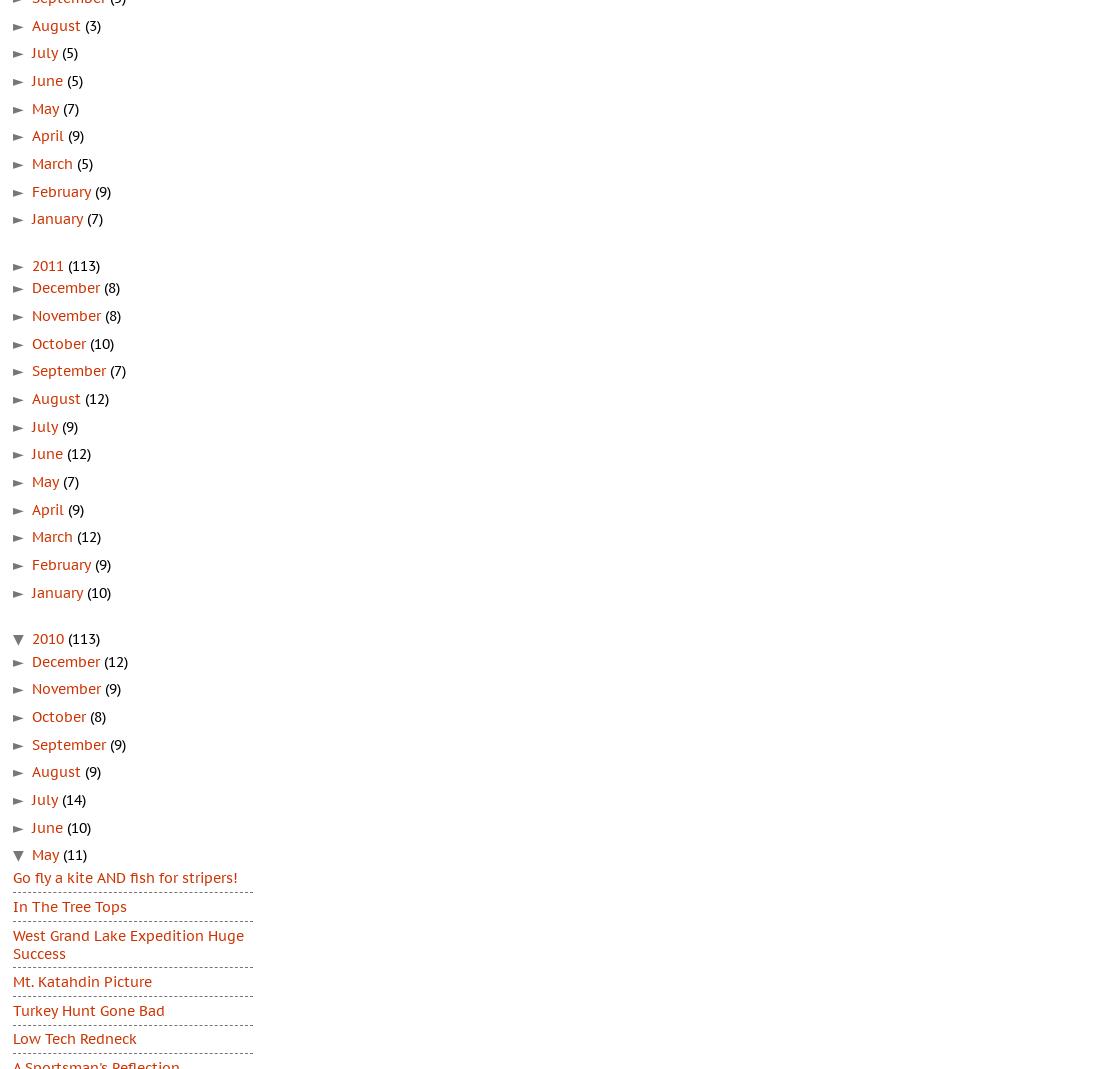  Describe the element at coordinates (75, 854) in the screenshot. I see `'(11)'` at that location.